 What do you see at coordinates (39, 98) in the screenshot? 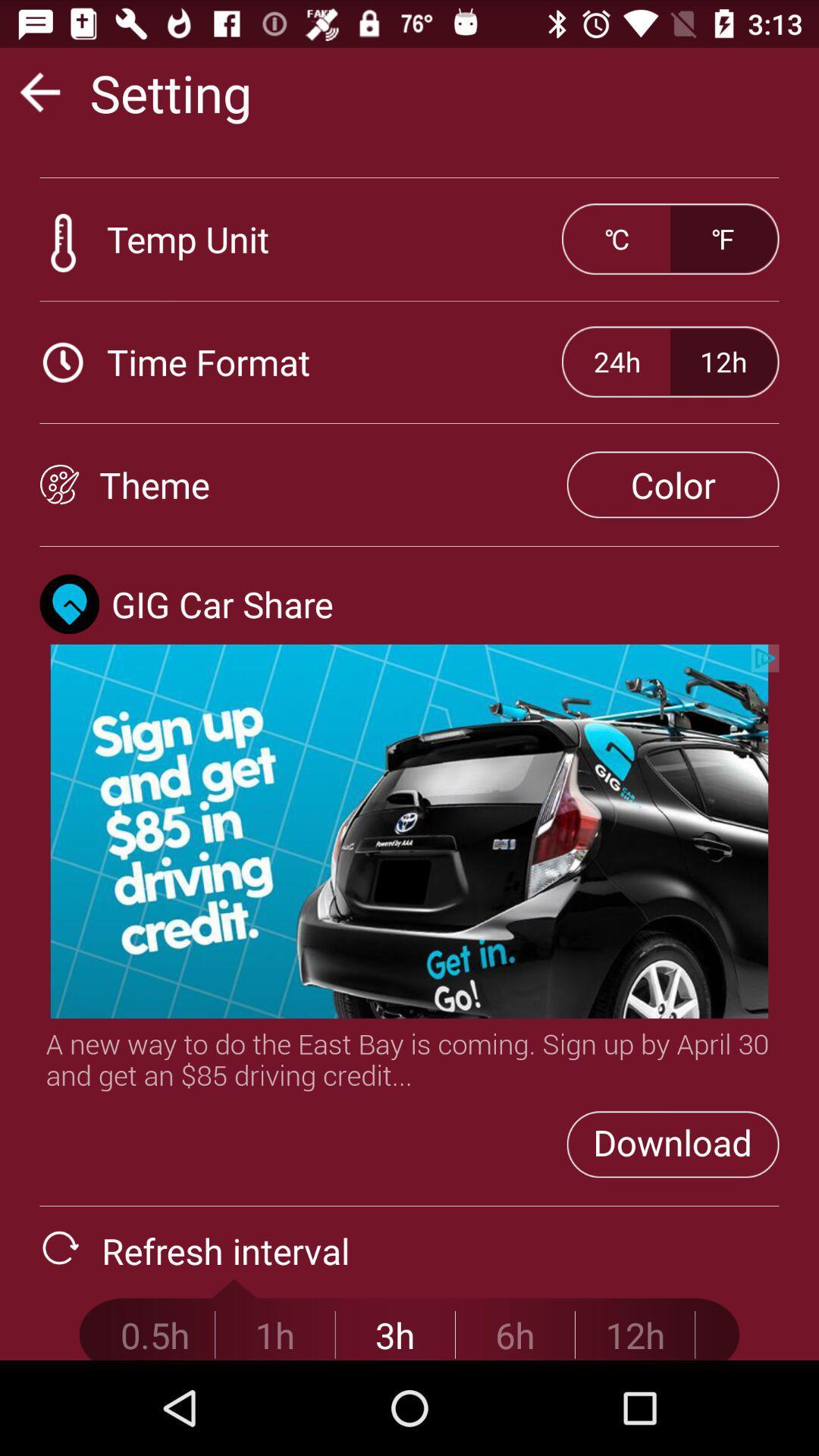
I see `the arrow_backward icon` at bounding box center [39, 98].